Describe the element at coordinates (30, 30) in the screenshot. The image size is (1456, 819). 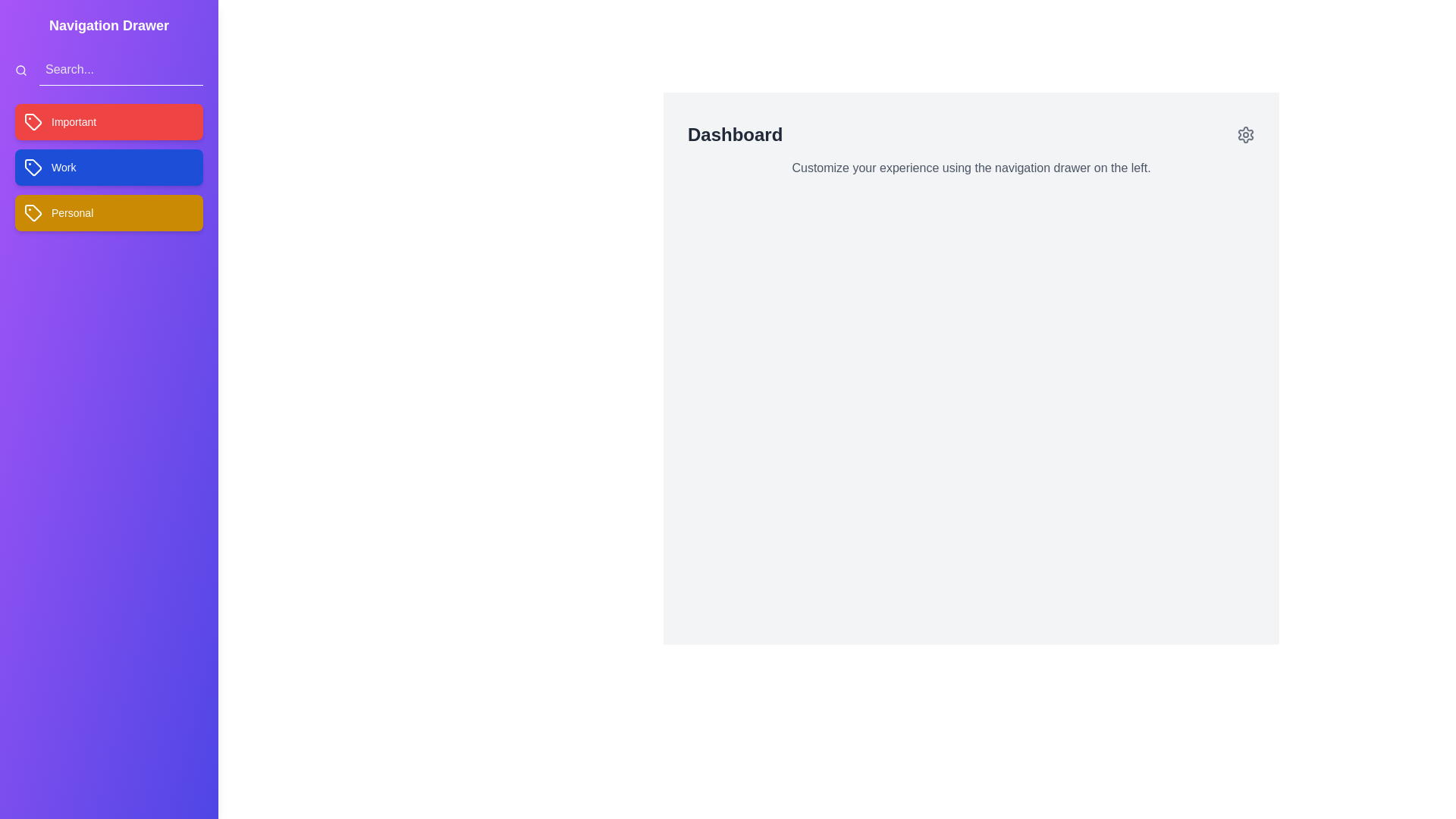
I see `toggle button located at the top-left corner of the screen to toggle the navigation drawer visibility` at that location.